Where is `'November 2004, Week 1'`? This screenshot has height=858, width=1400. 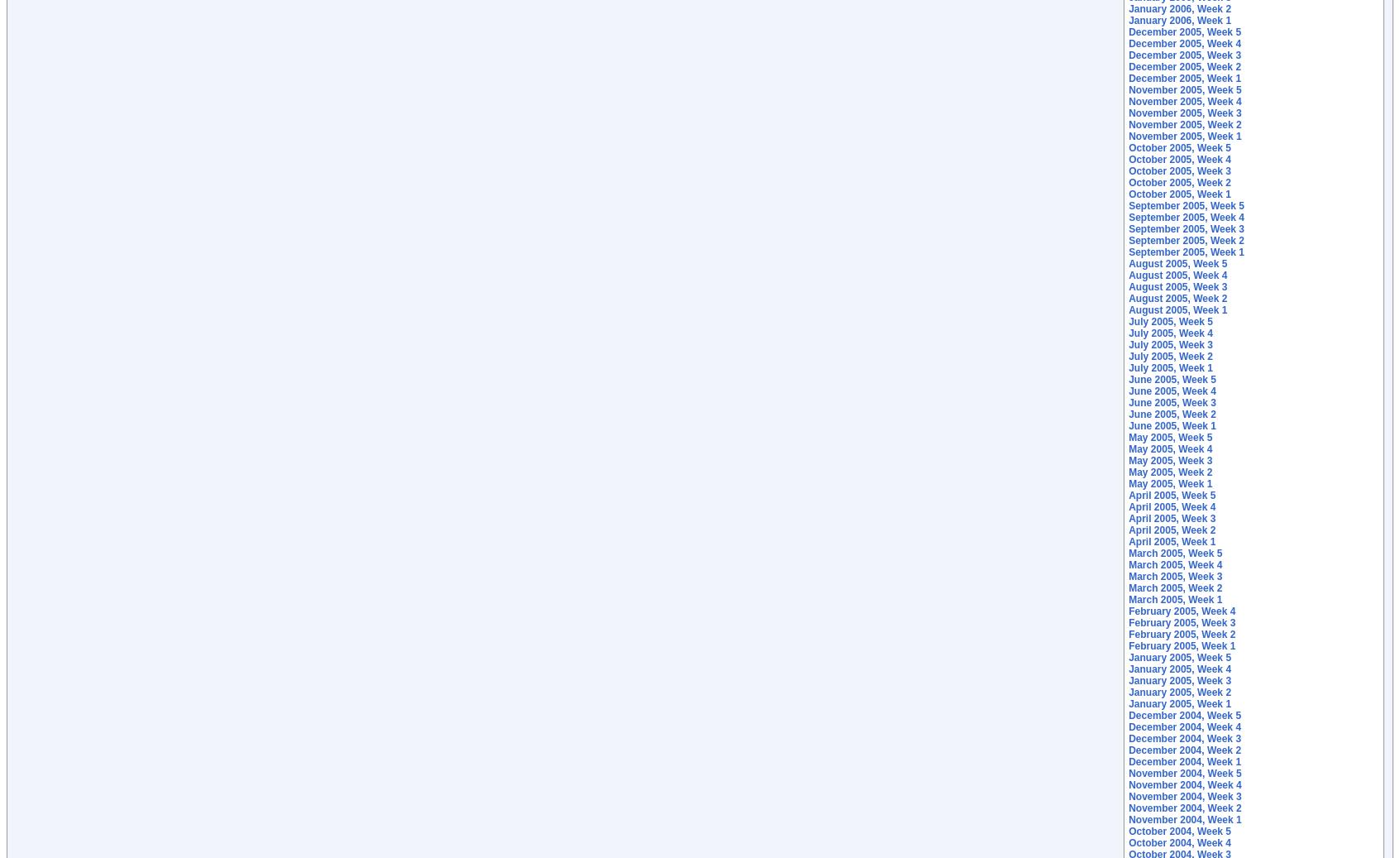 'November 2004, Week 1' is located at coordinates (1183, 819).